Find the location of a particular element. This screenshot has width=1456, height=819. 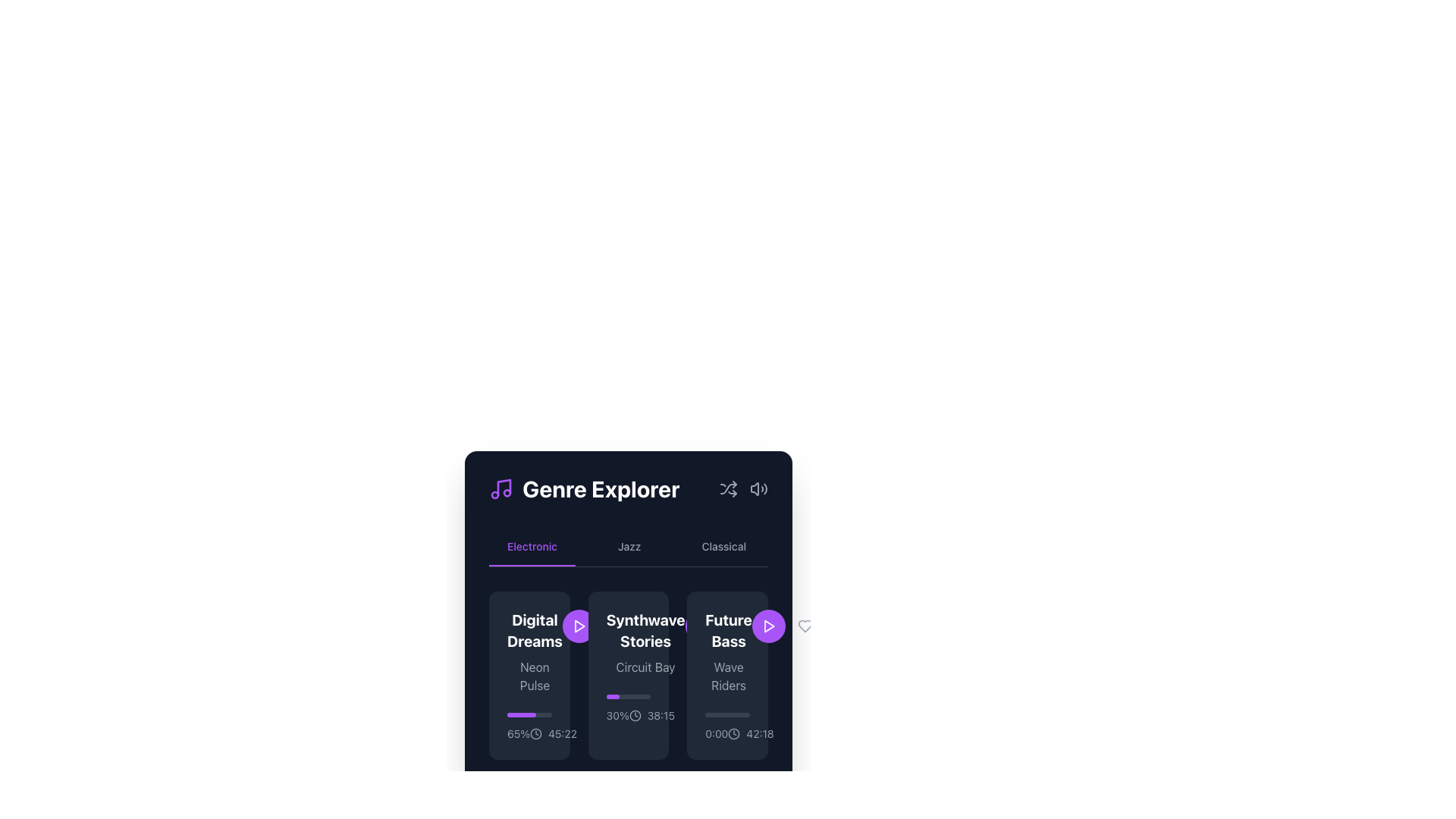

the circular clock icon with a minimalistic design located in the second item of the horizontal list of cards under the 'Electronic' tab in the 'Genre Explorer' section, positioned to the left of the time '38:15' is located at coordinates (635, 716).